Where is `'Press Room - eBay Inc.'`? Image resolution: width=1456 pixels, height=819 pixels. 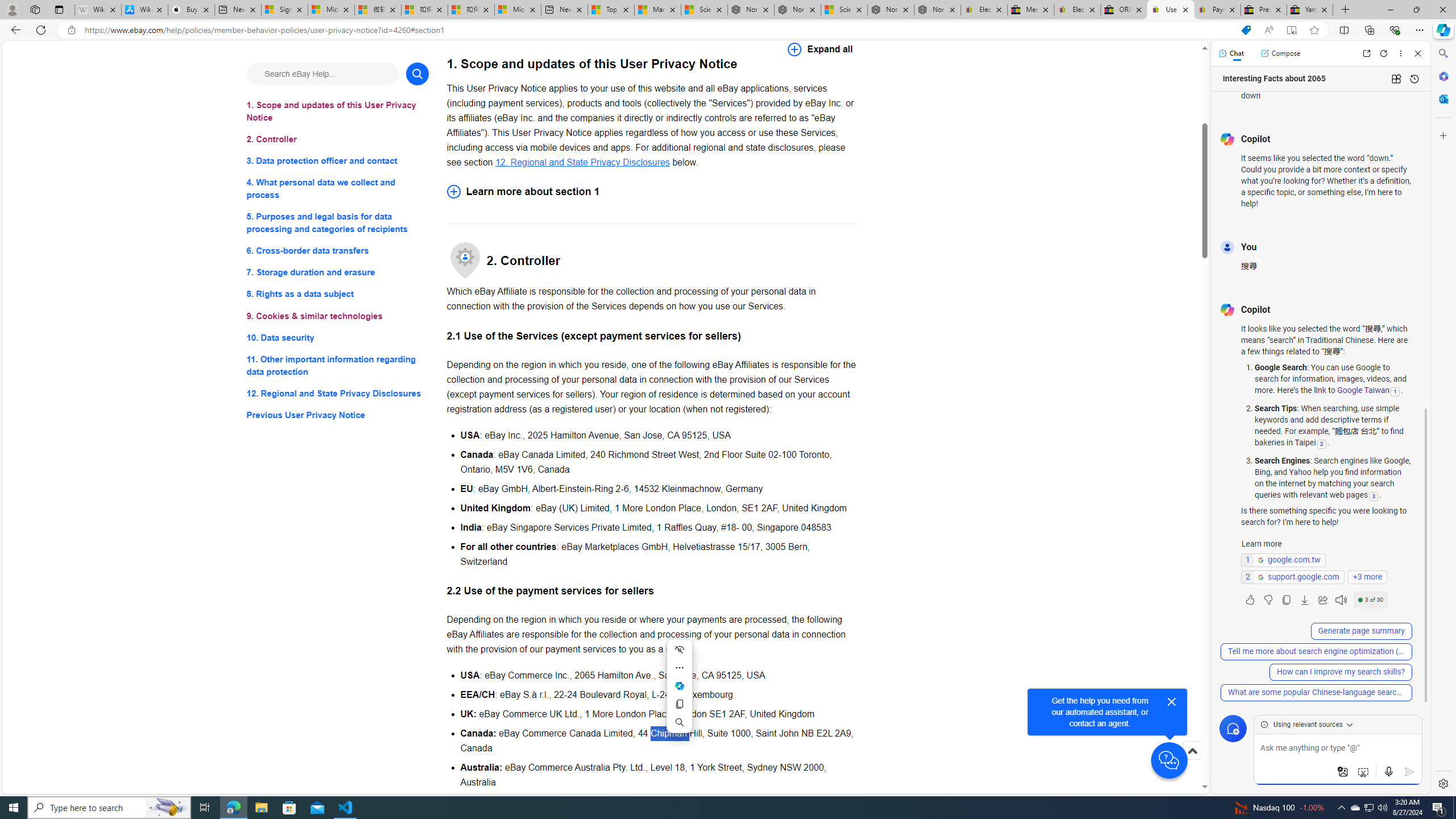 'Press Room - eBay Inc.' is located at coordinates (1263, 9).